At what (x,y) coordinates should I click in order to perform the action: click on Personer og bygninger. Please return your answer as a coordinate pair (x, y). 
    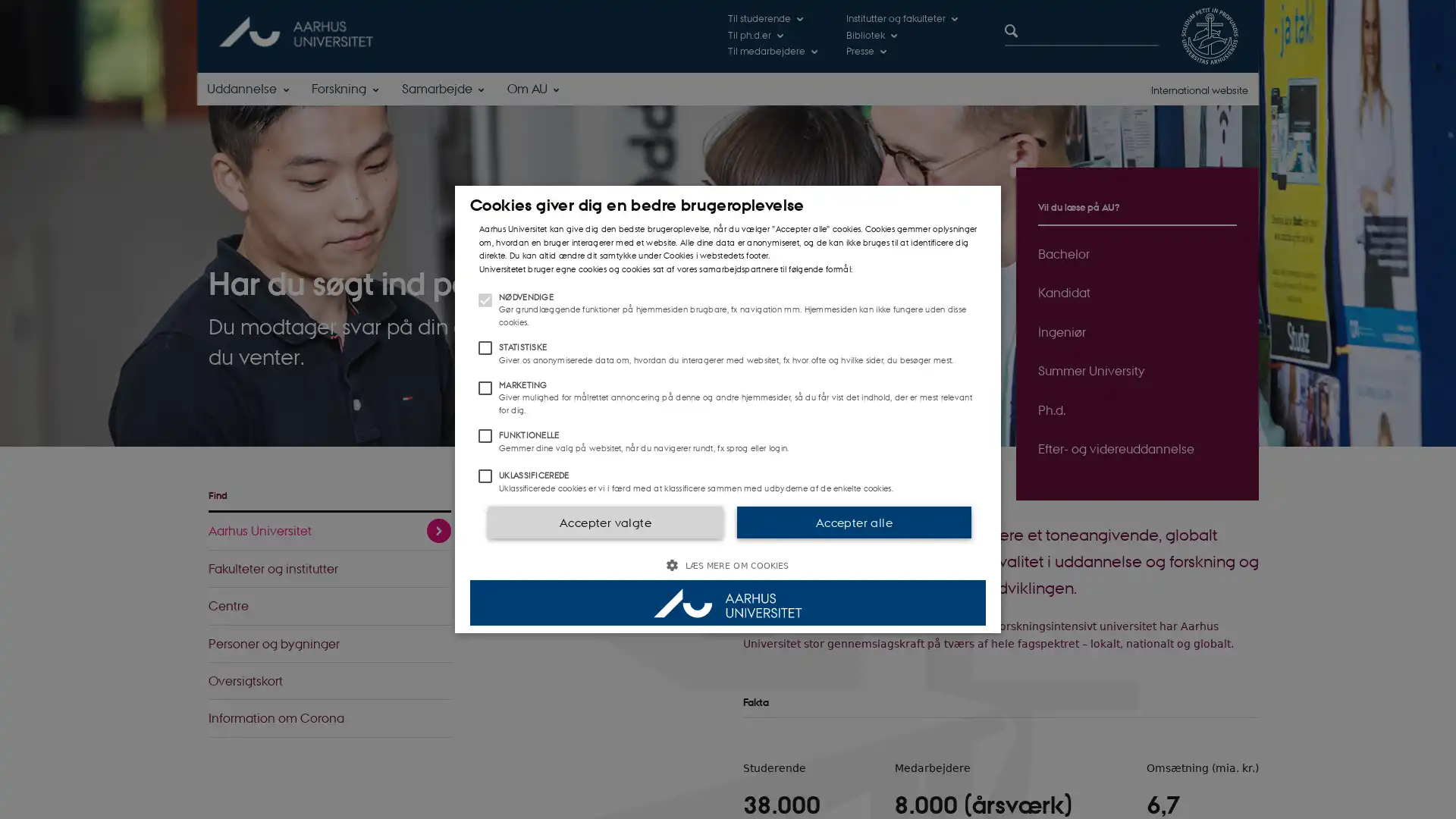
    Looking at the image, I should click on (329, 643).